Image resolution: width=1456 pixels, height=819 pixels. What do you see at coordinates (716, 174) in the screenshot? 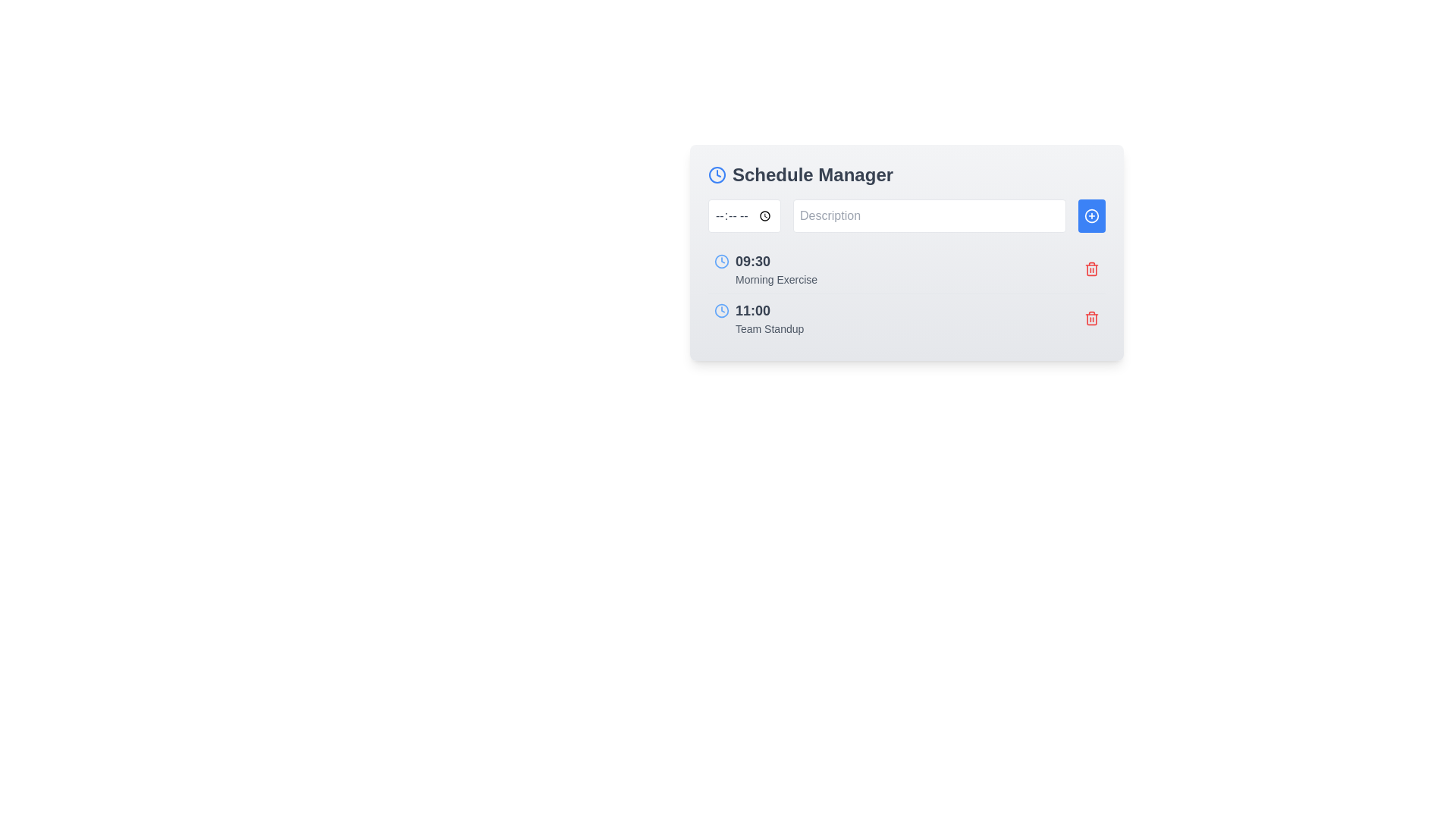
I see `the clock icon located at the top-left of the 'Schedule Manager' panel, which serves as a visual cue for scheduling functions` at bounding box center [716, 174].